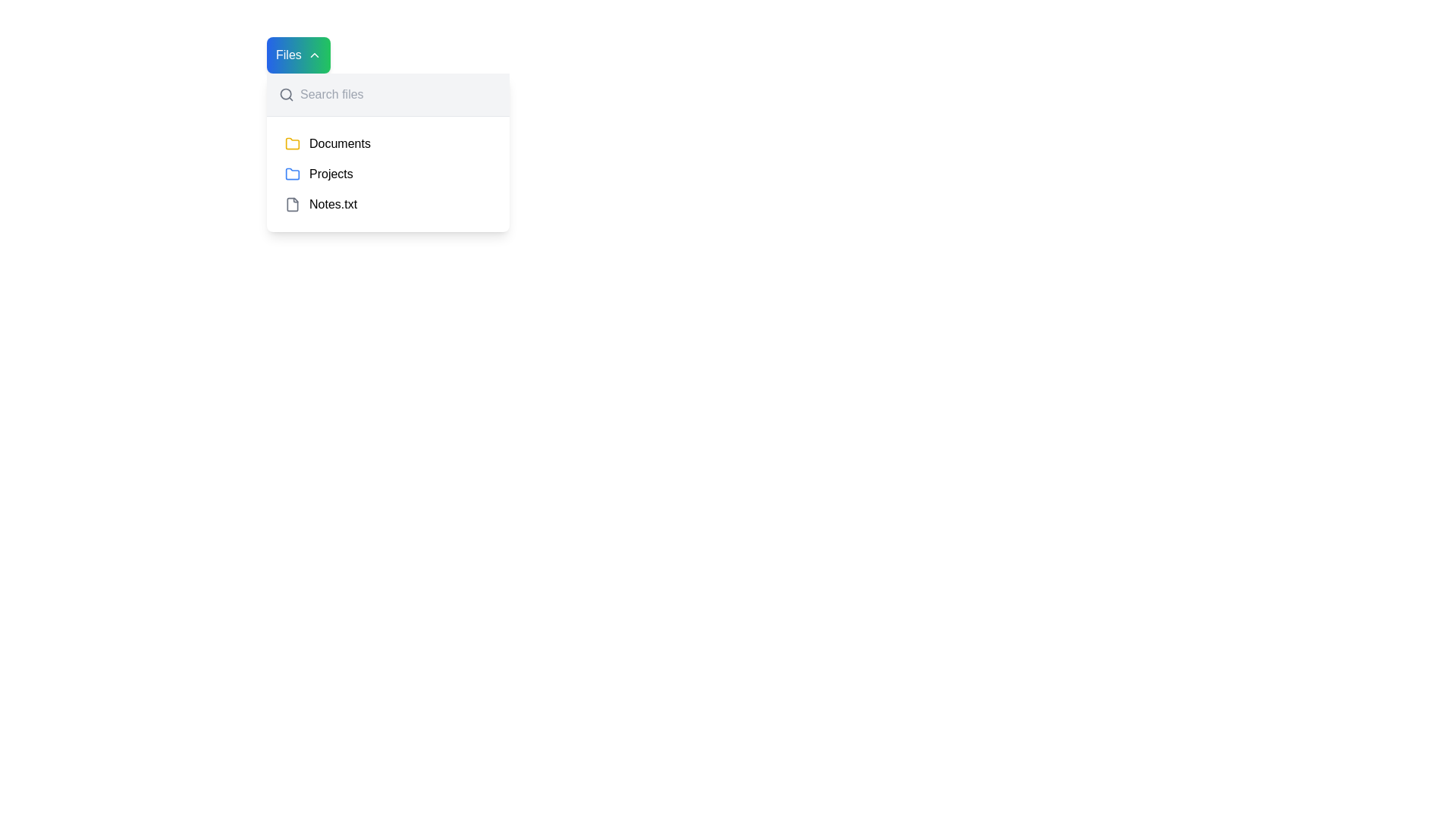 The width and height of the screenshot is (1456, 819). Describe the element at coordinates (388, 152) in the screenshot. I see `the 'Documents' item in the dropdown menu located at the top-right corner of the application interface` at that location.